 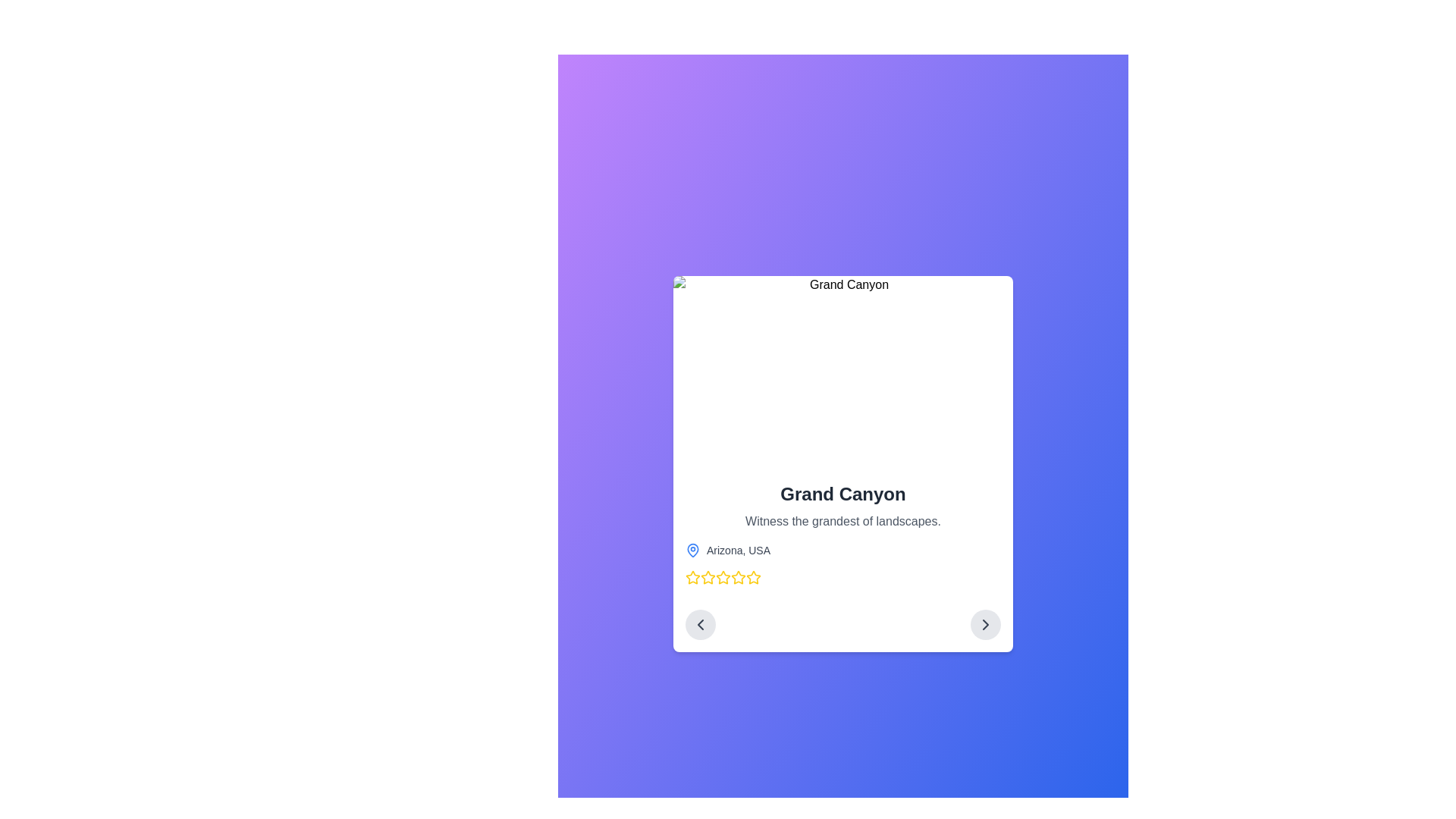 I want to click on the fourth star icon in the rating sequence, so click(x=739, y=577).